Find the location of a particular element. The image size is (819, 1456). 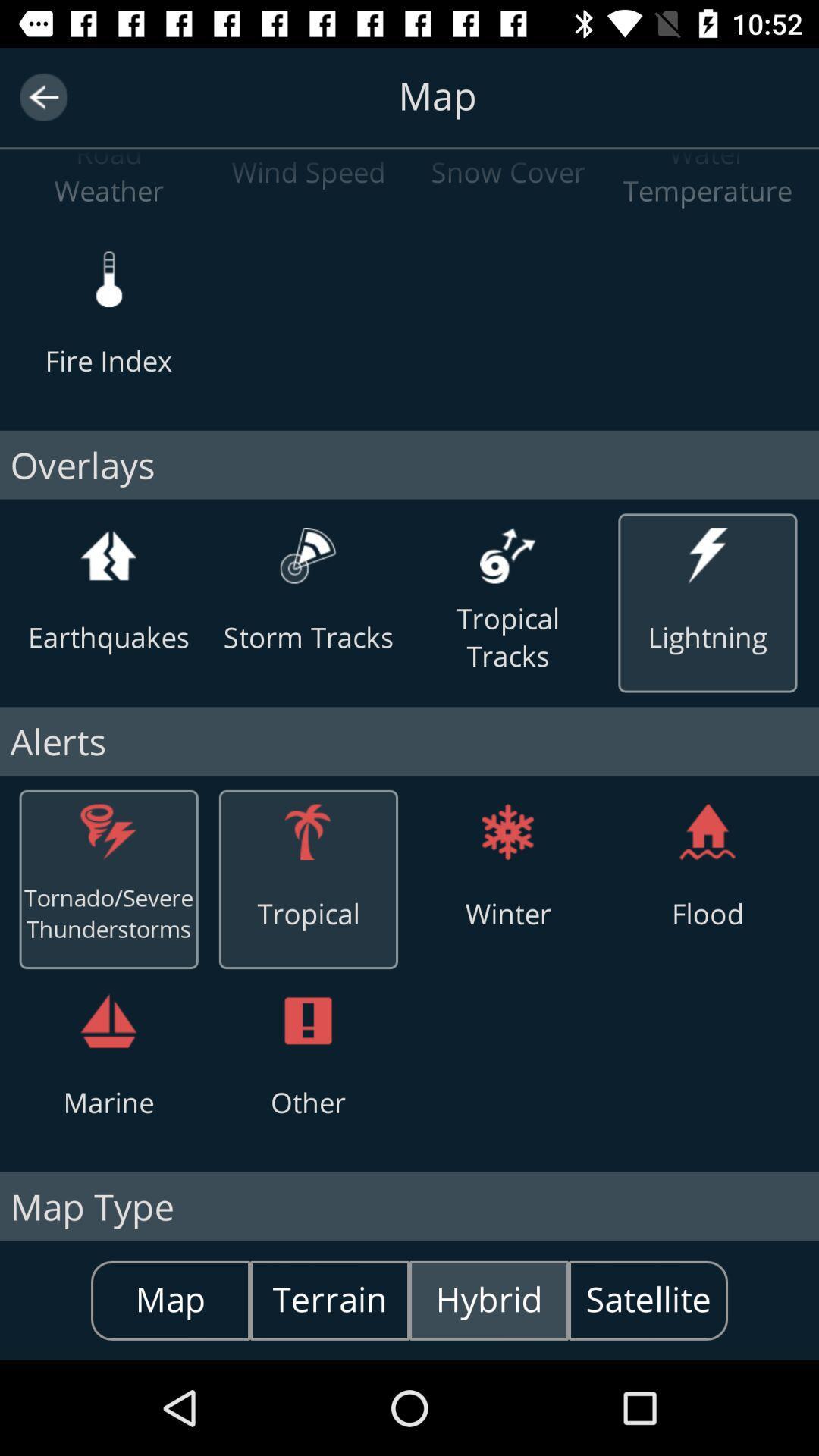

the arrow_backward icon is located at coordinates (42, 96).